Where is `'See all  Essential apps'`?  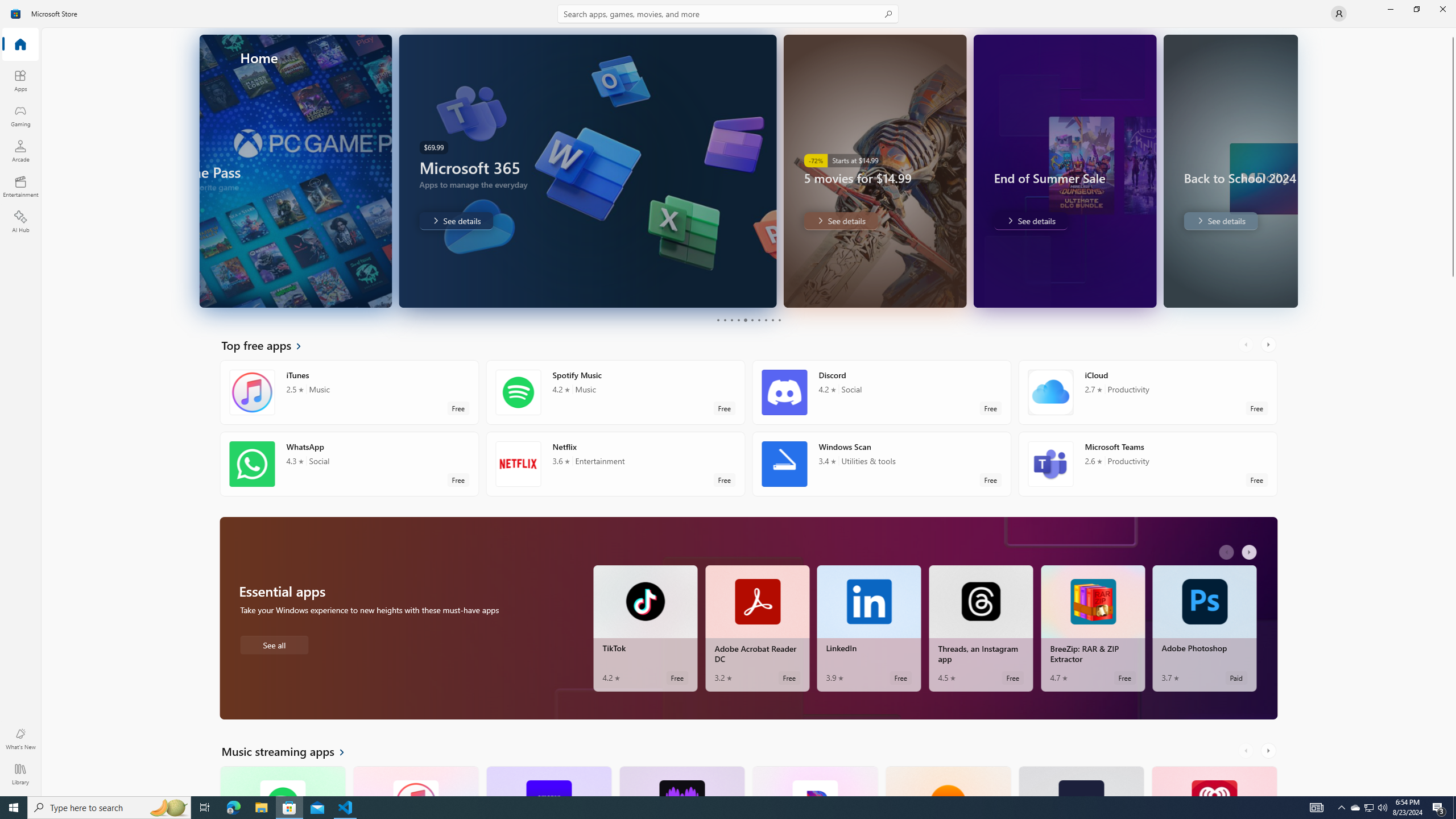 'See all  Essential apps' is located at coordinates (274, 644).